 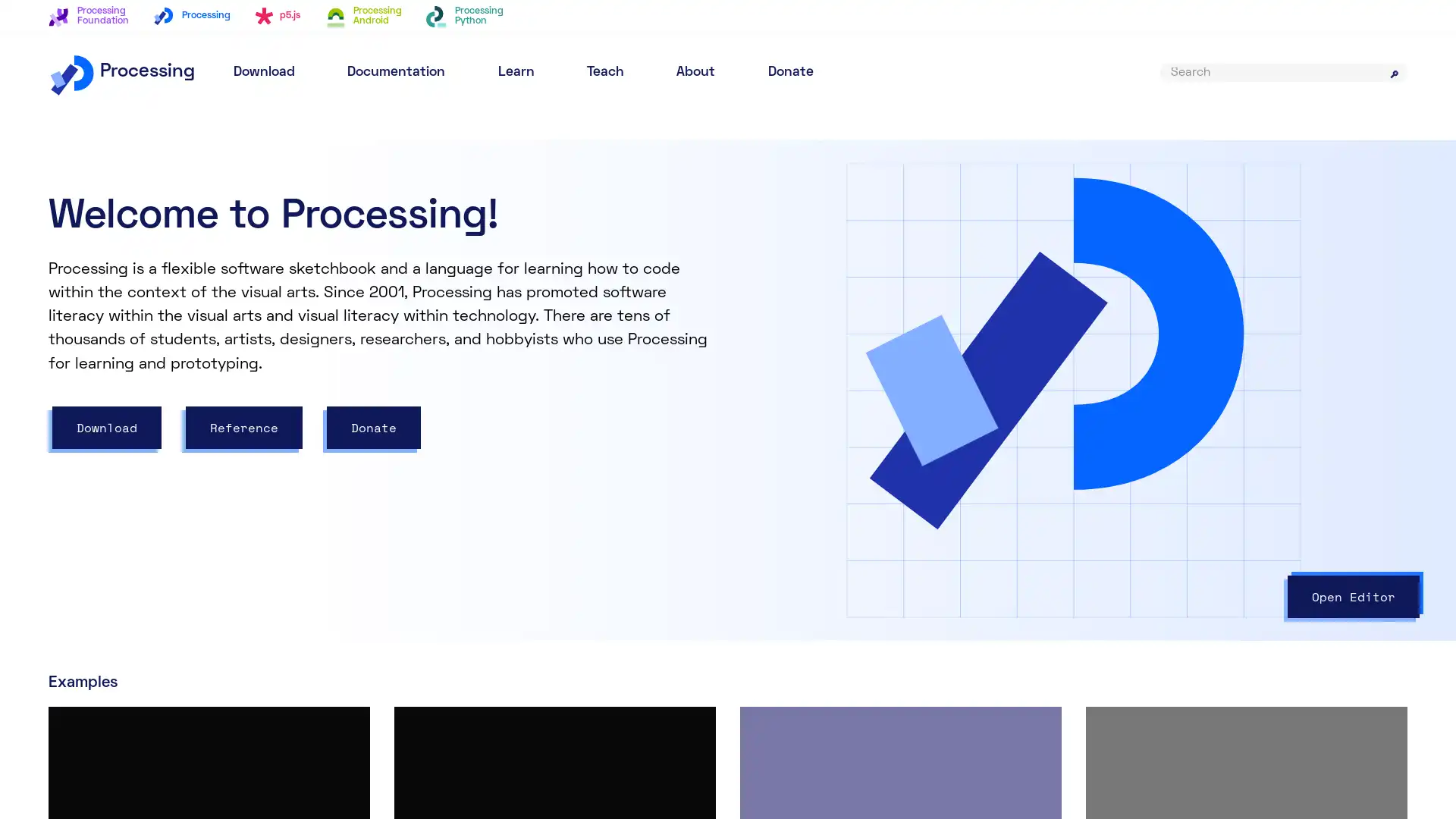 What do you see at coordinates (822, 416) in the screenshot?
I see `change position` at bounding box center [822, 416].